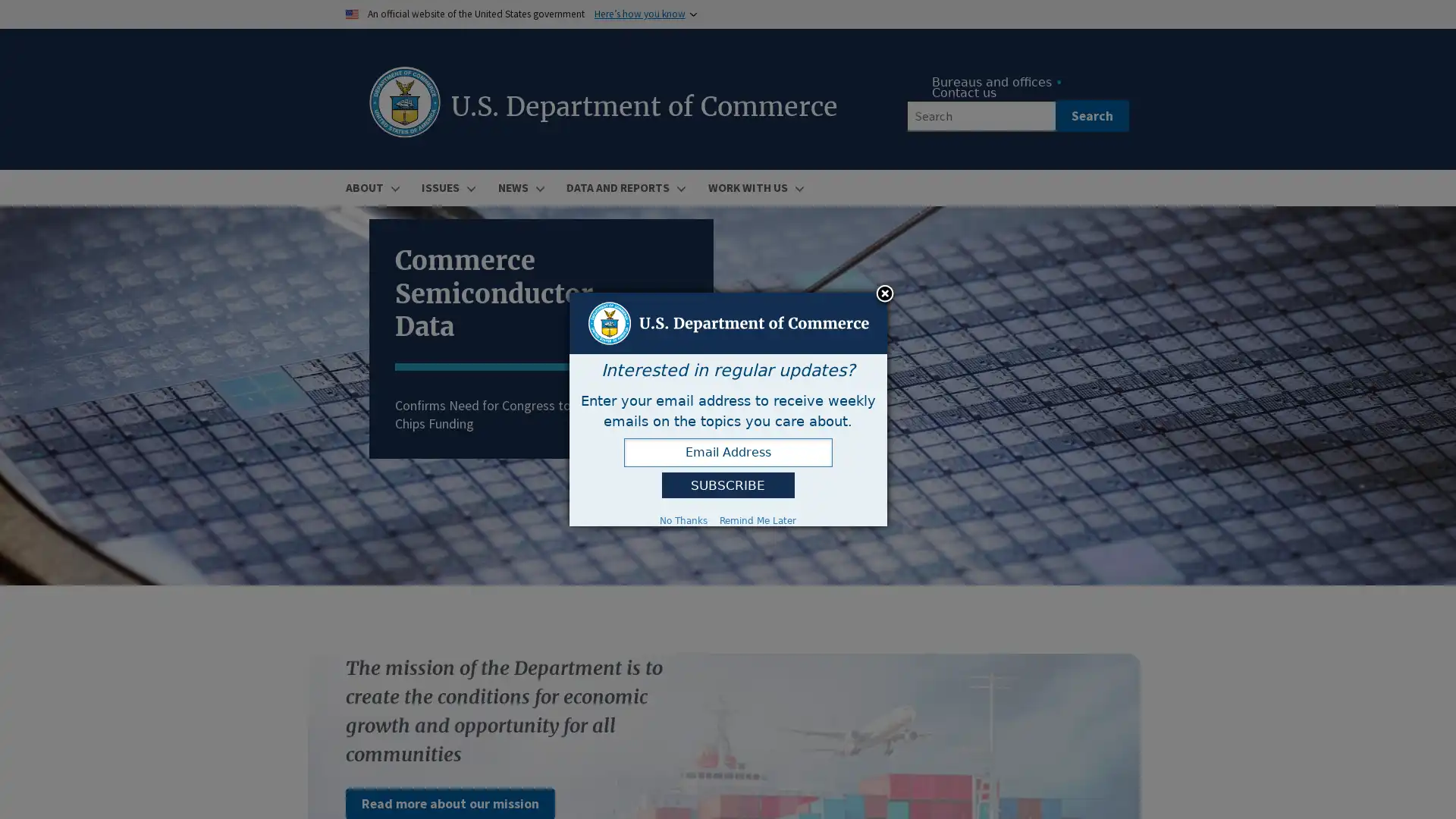 The image size is (1456, 819). I want to click on NEWS, so click(519, 187).